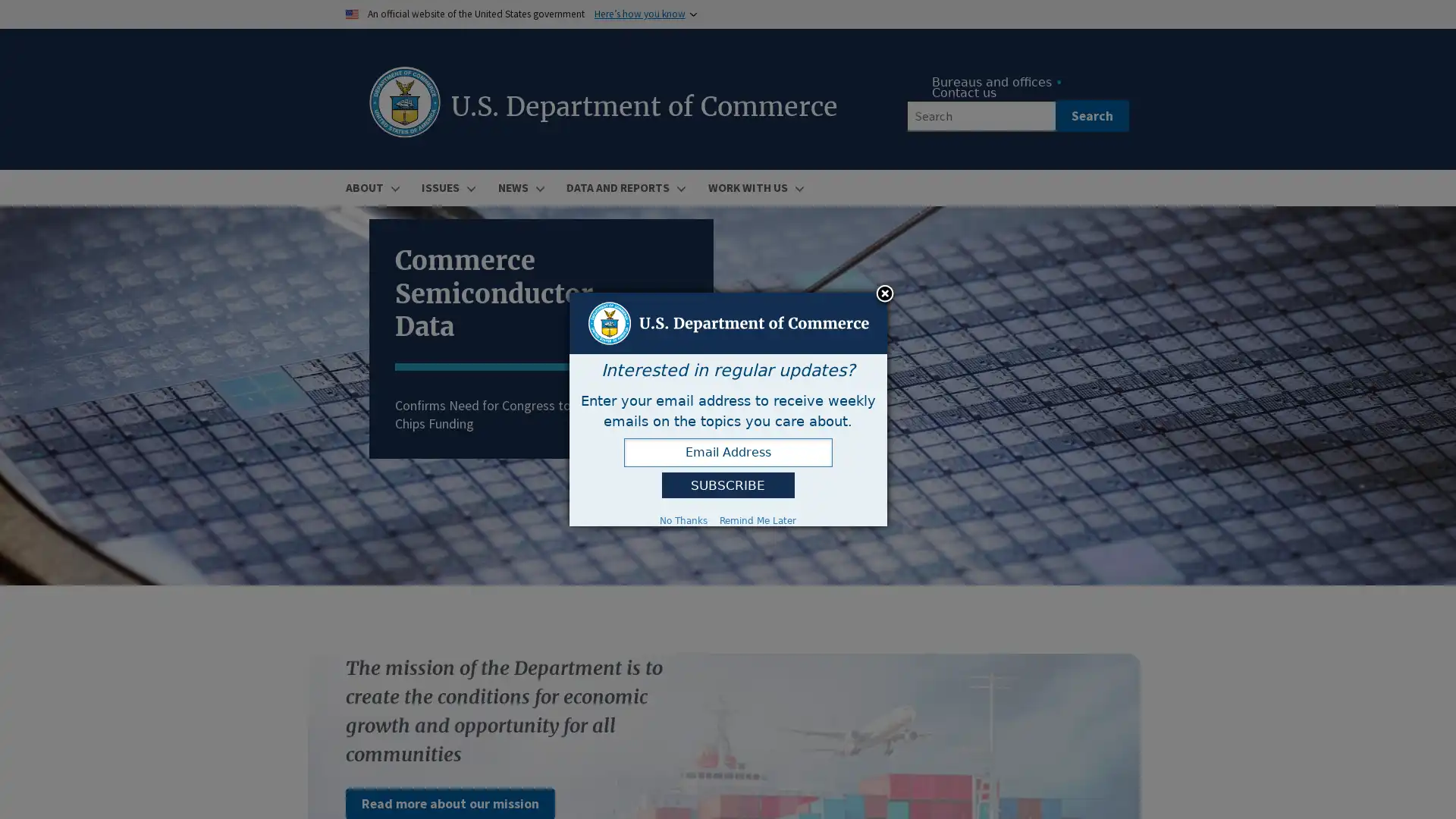 The image size is (1456, 819). I want to click on NEWS, so click(519, 187).